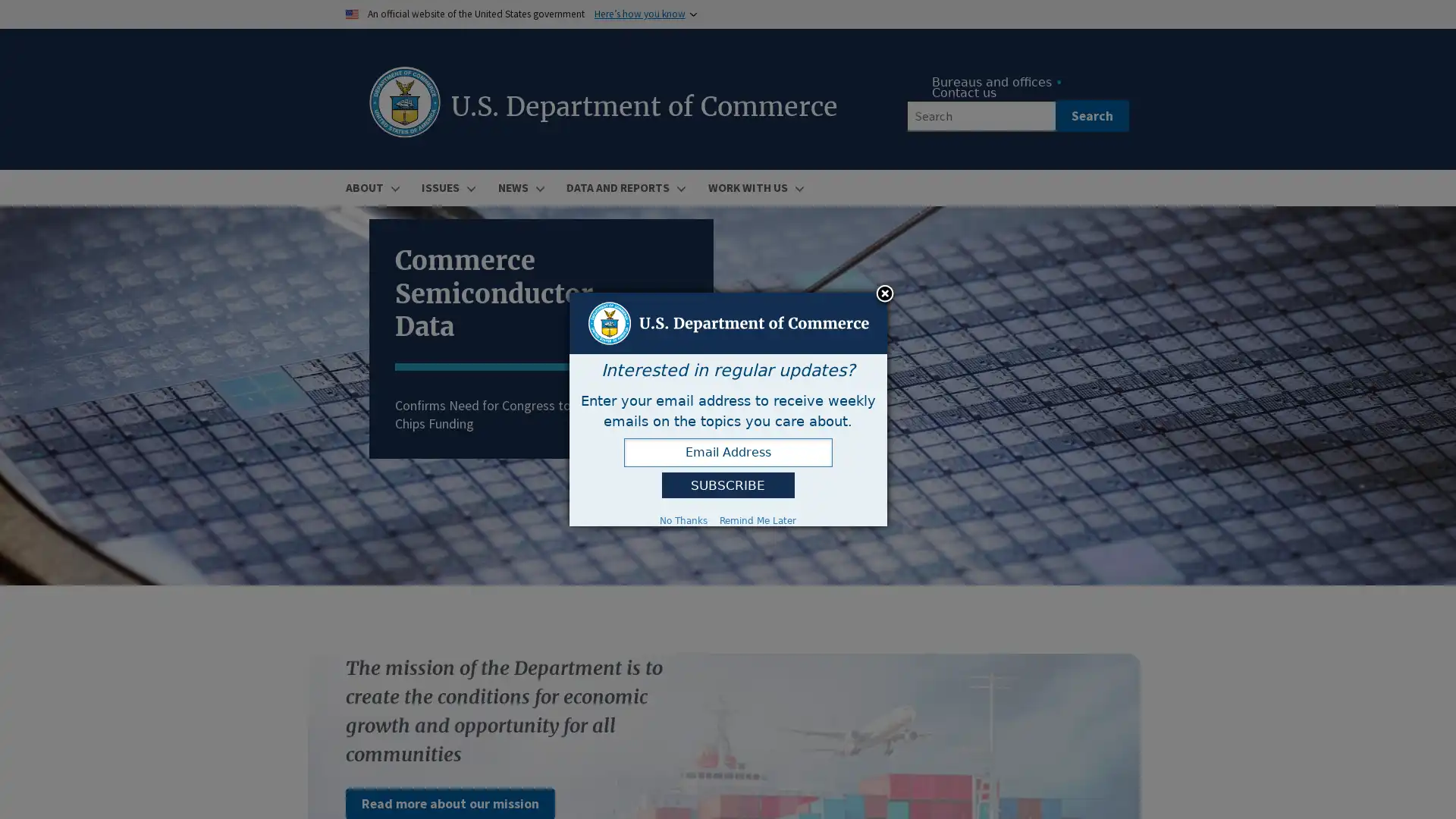 The image size is (1456, 819). I want to click on NEWS, so click(519, 187).